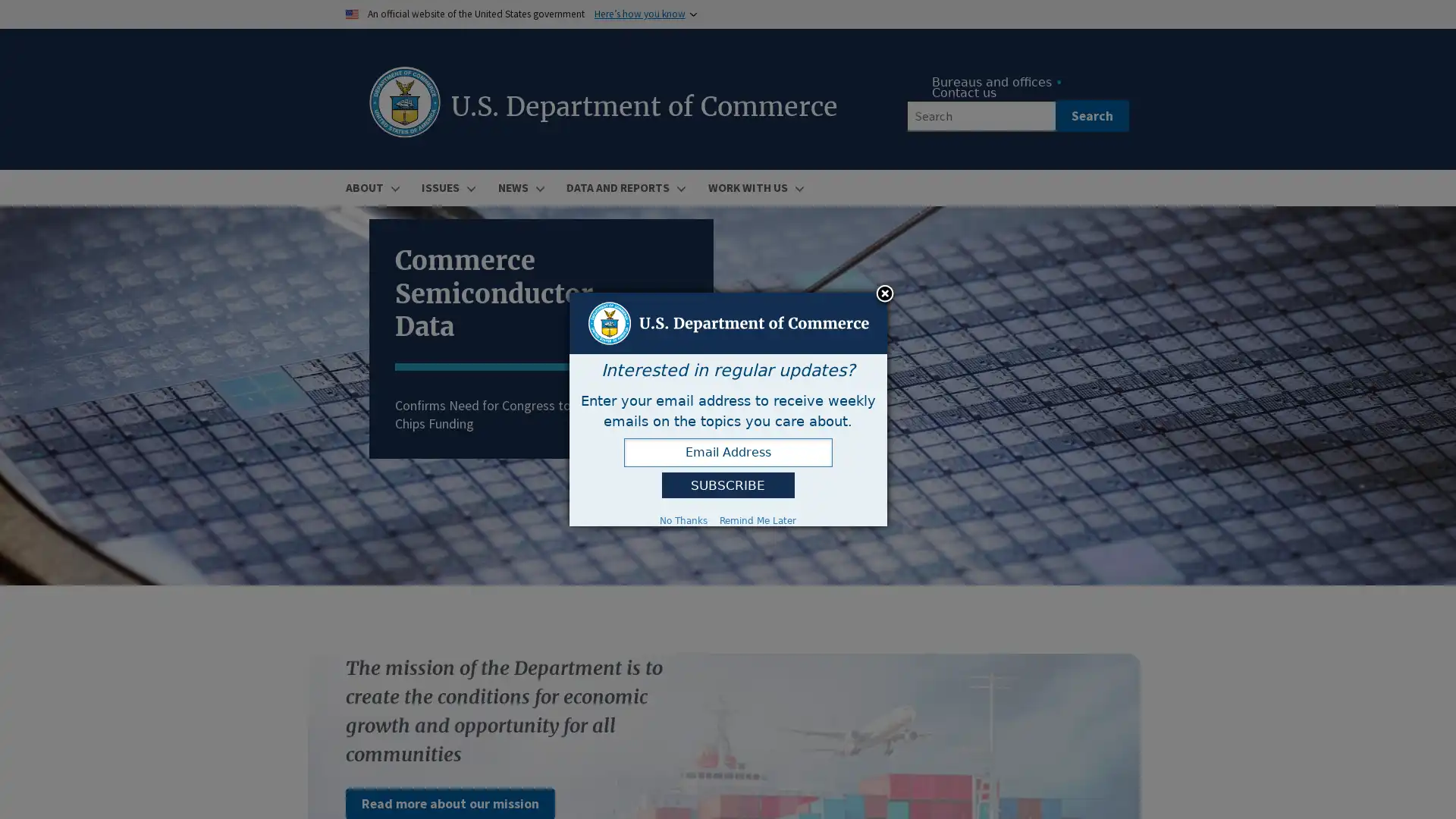 The image size is (1456, 819). I want to click on NEWS, so click(519, 187).